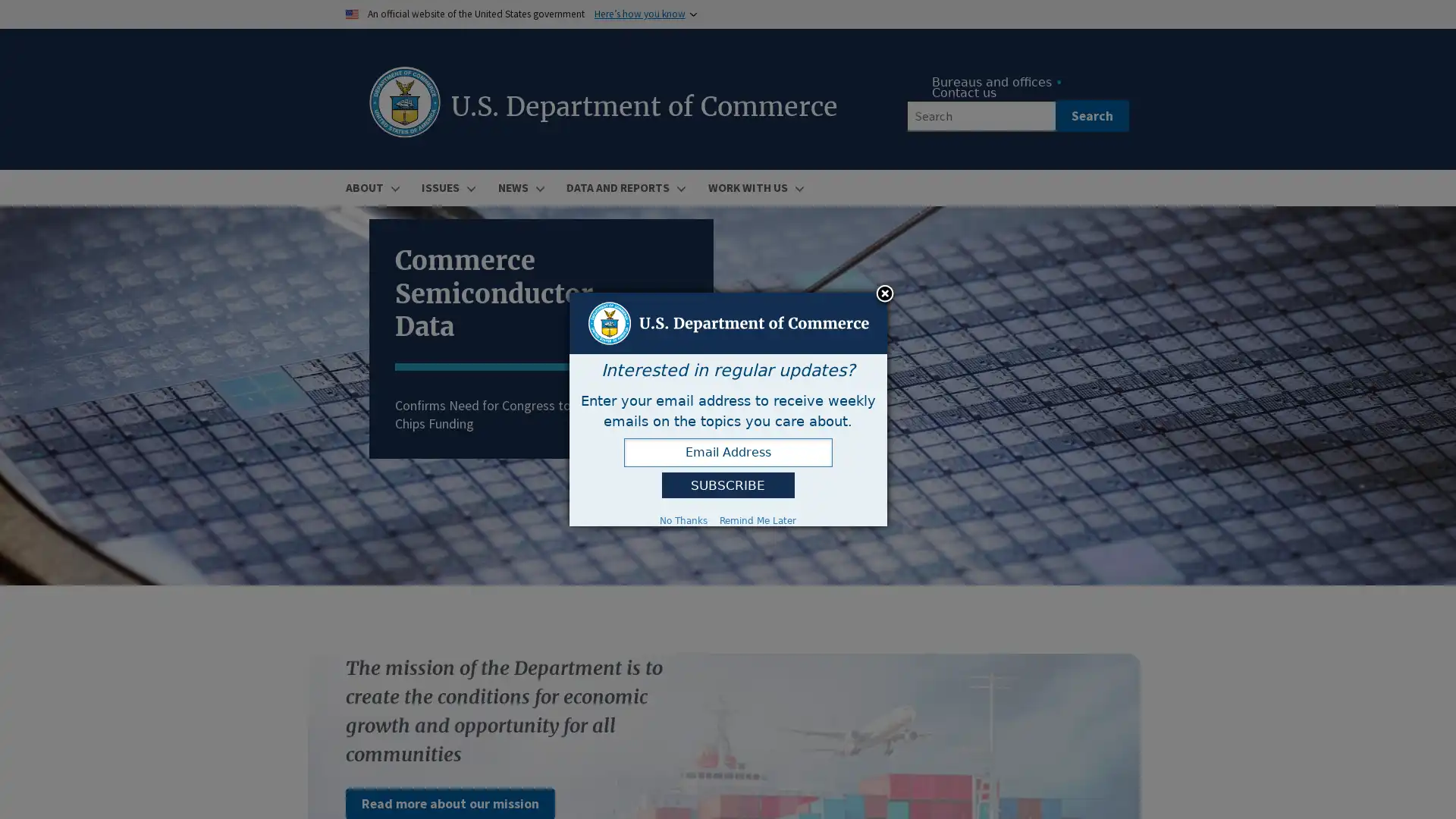 The image size is (1456, 819). I want to click on NEWS, so click(519, 187).